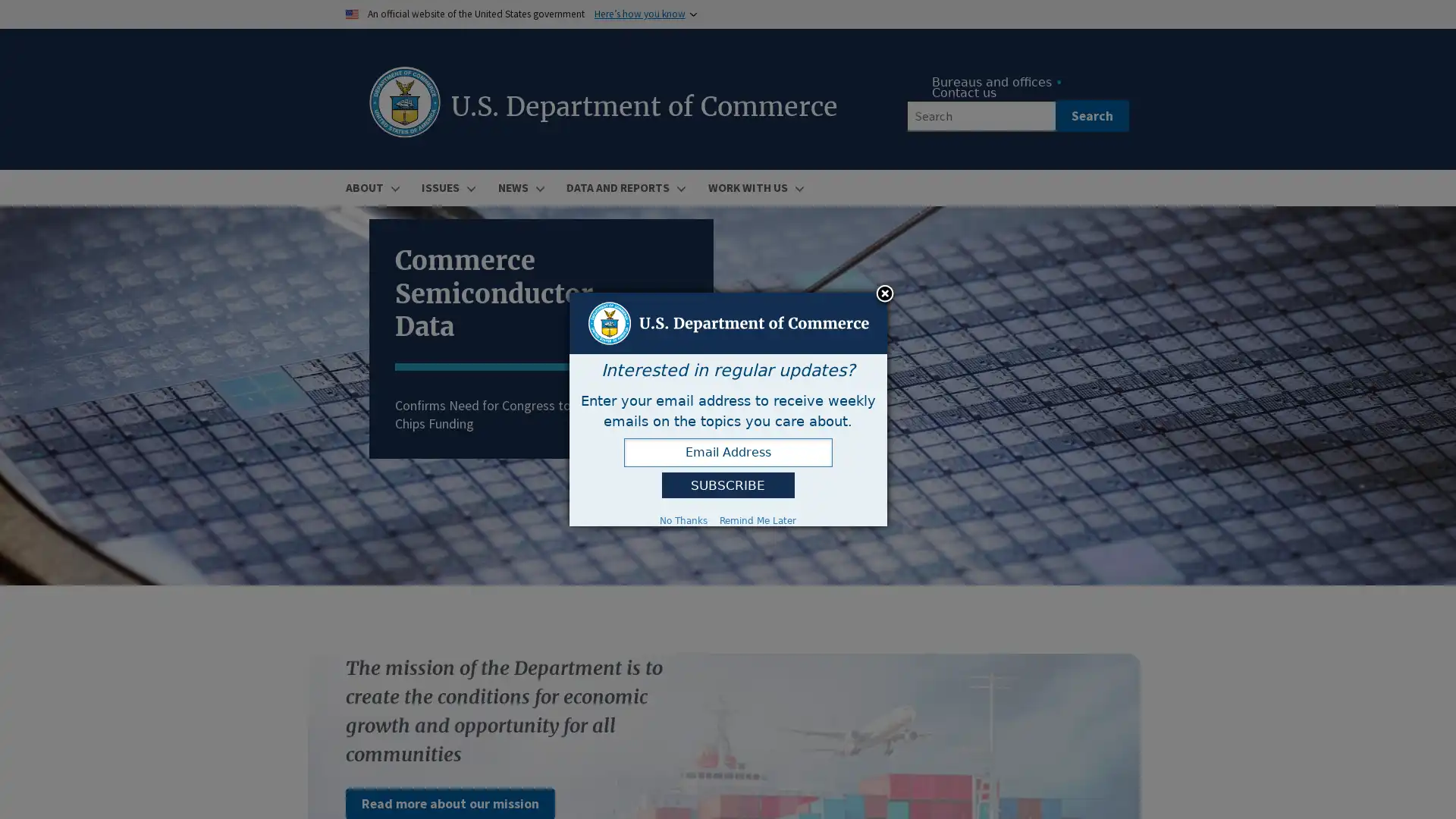 The image size is (1456, 819). I want to click on NEWS, so click(519, 187).